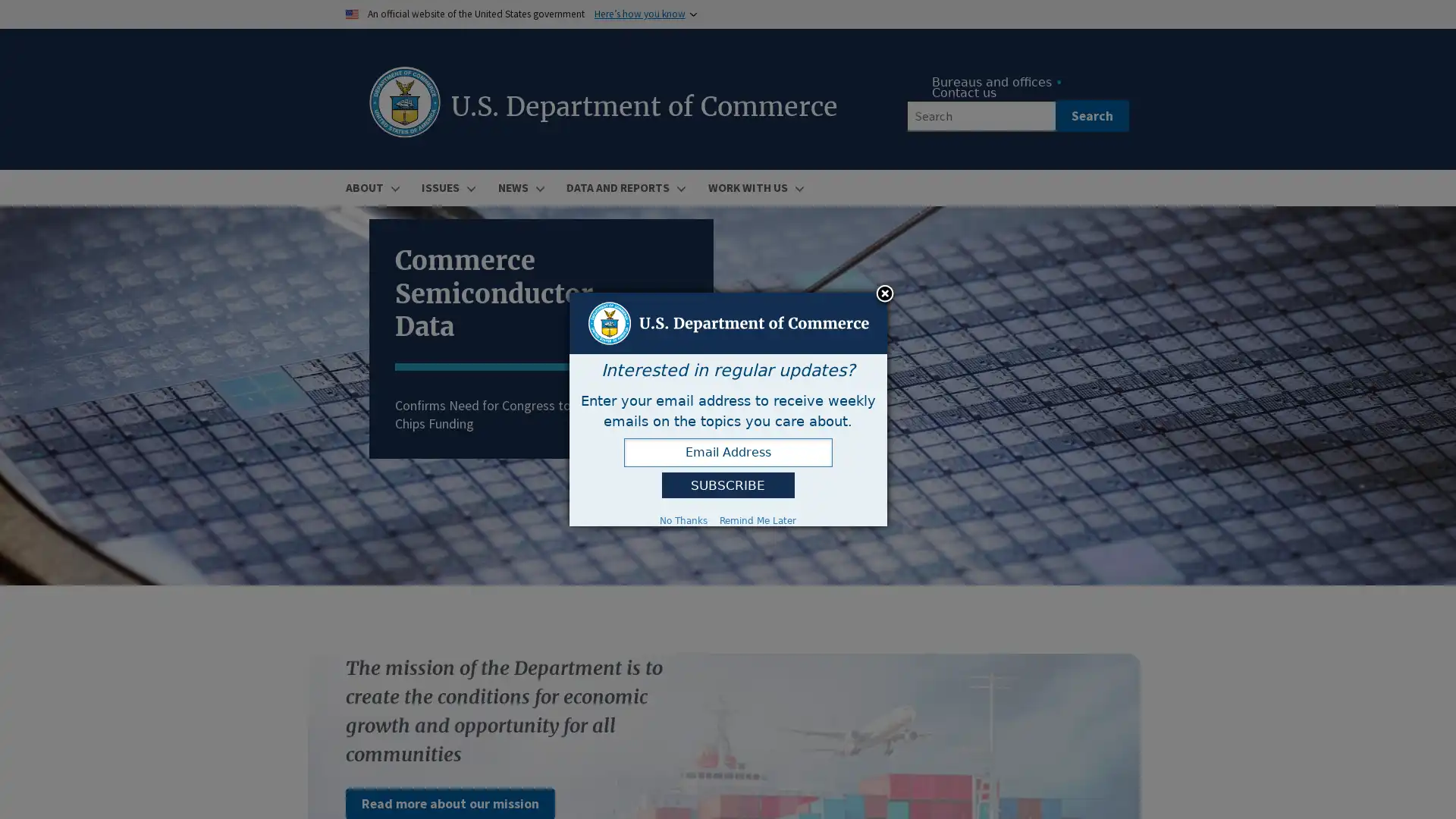 The image size is (1456, 819). I want to click on NEWS, so click(519, 187).